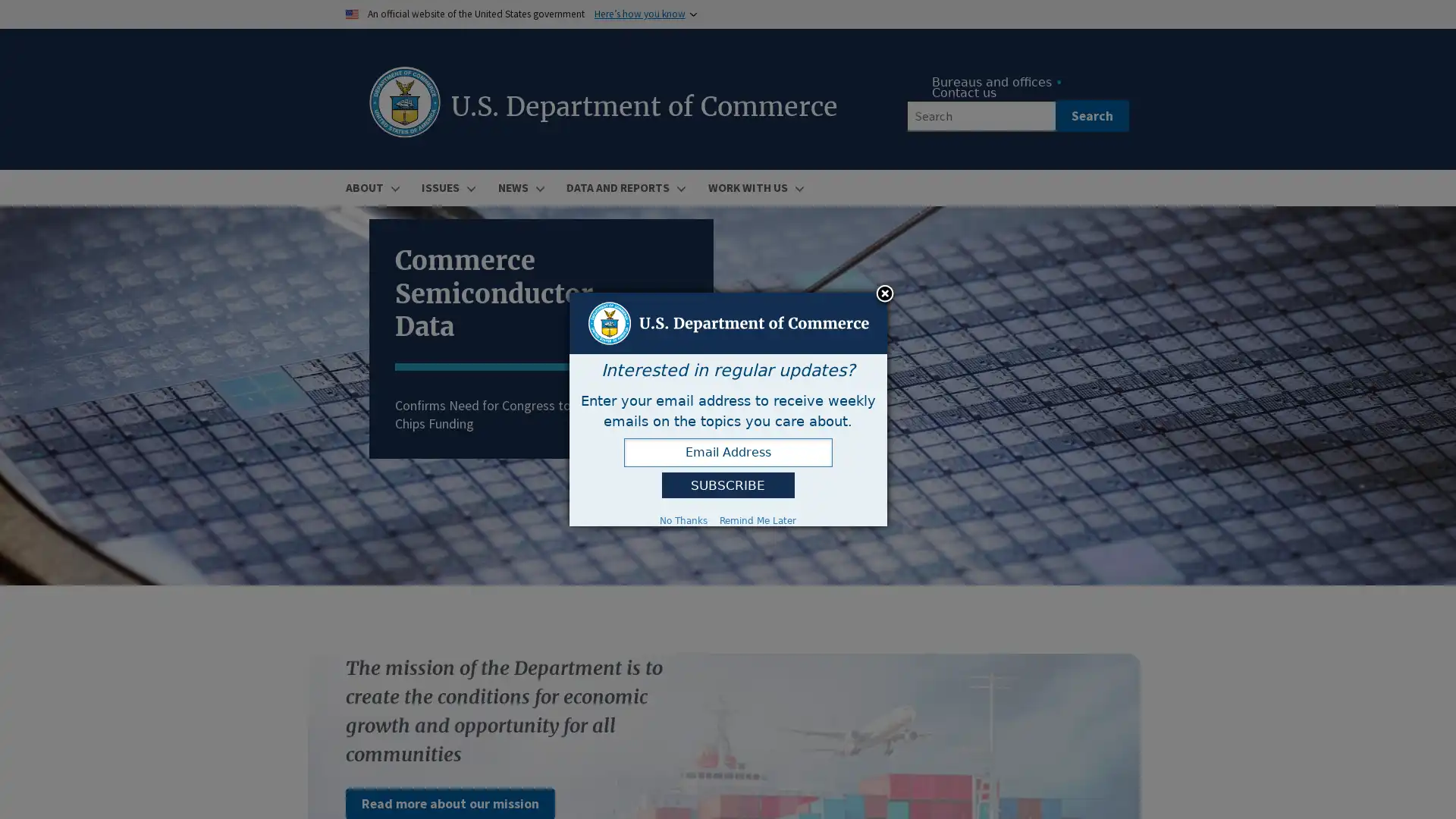 The image size is (1456, 819). I want to click on NEWS, so click(519, 187).